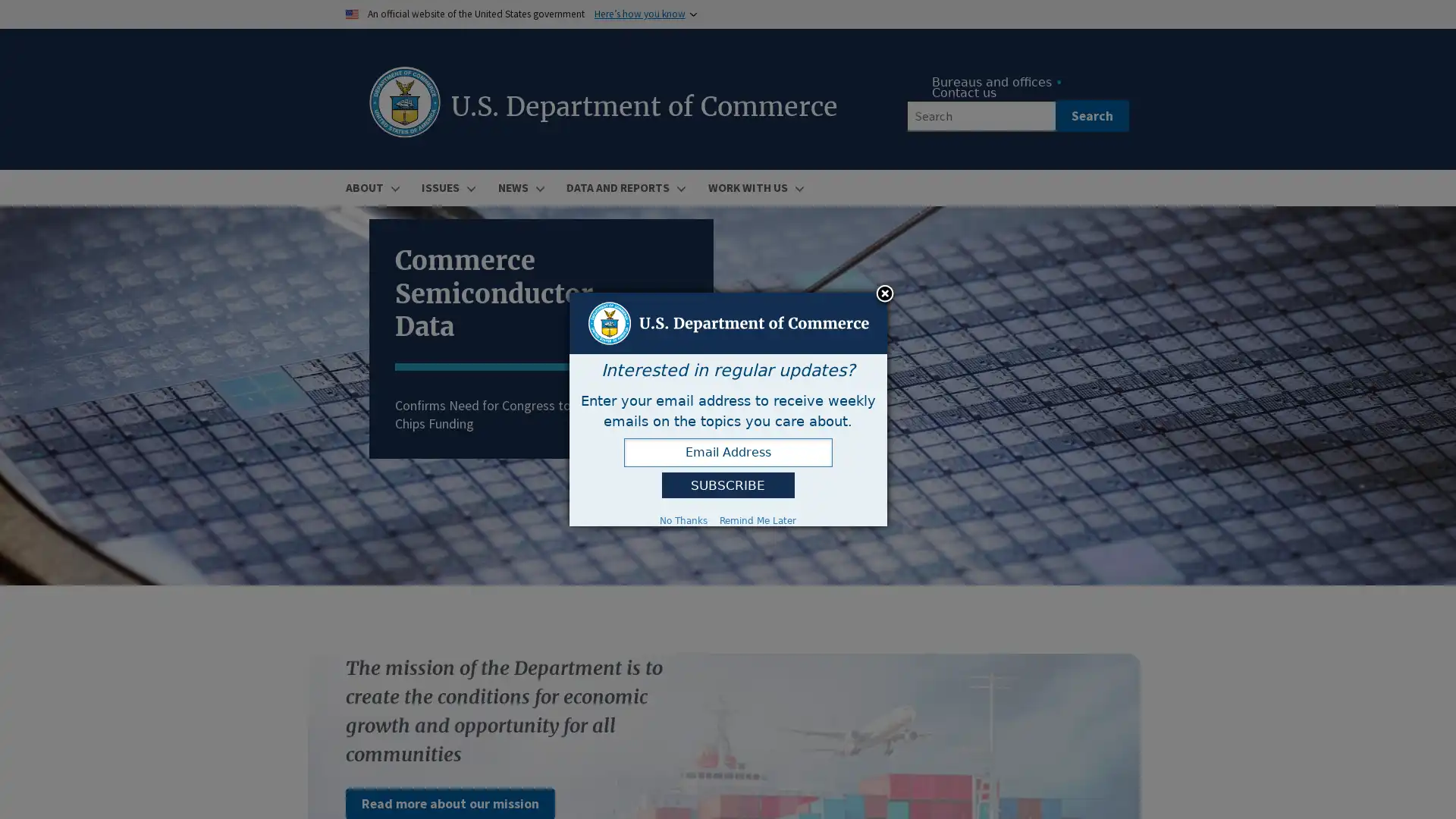 The image size is (1456, 819). I want to click on NEWS, so click(519, 187).